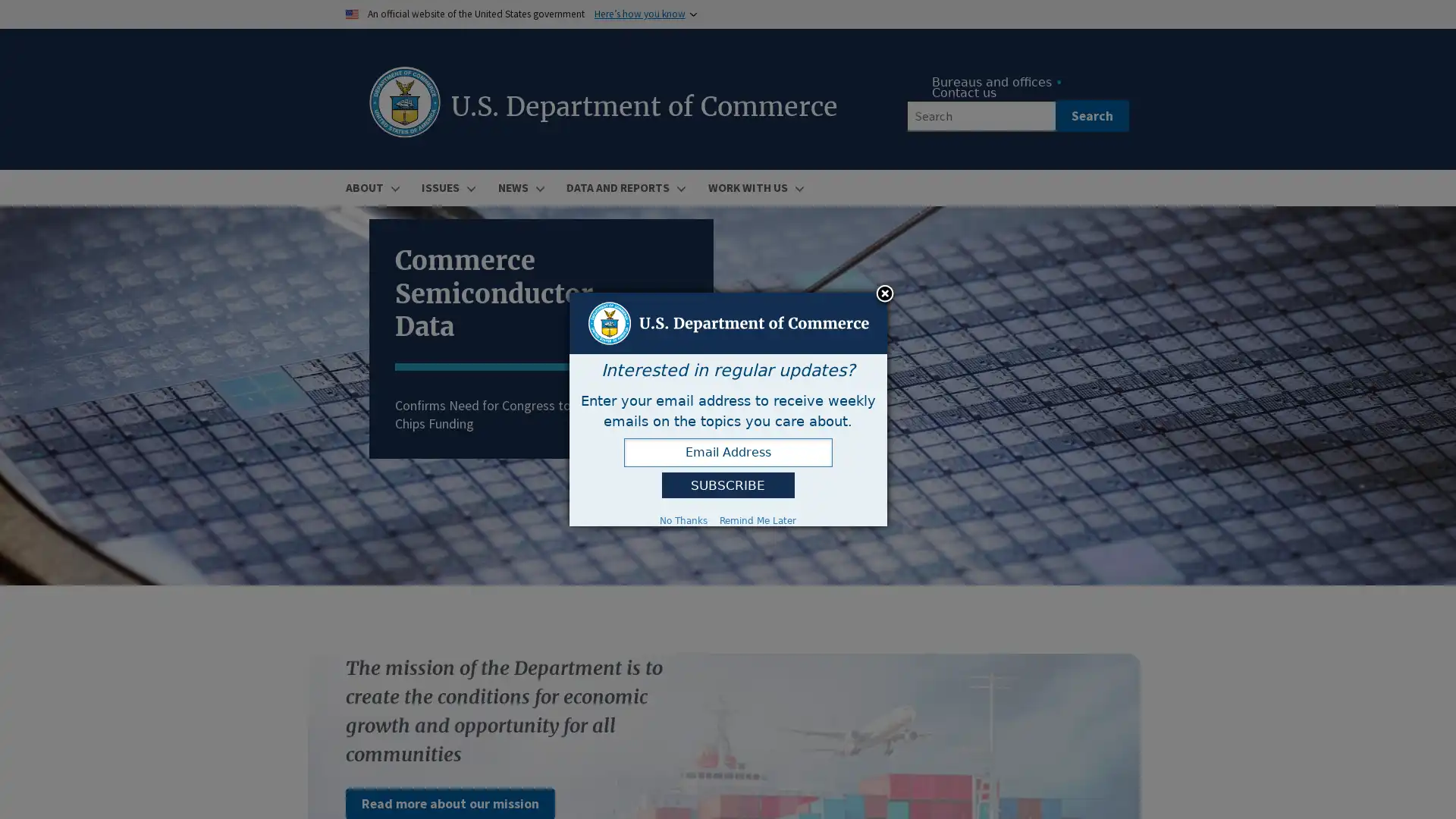 The image size is (1456, 819). I want to click on NEWS, so click(519, 187).